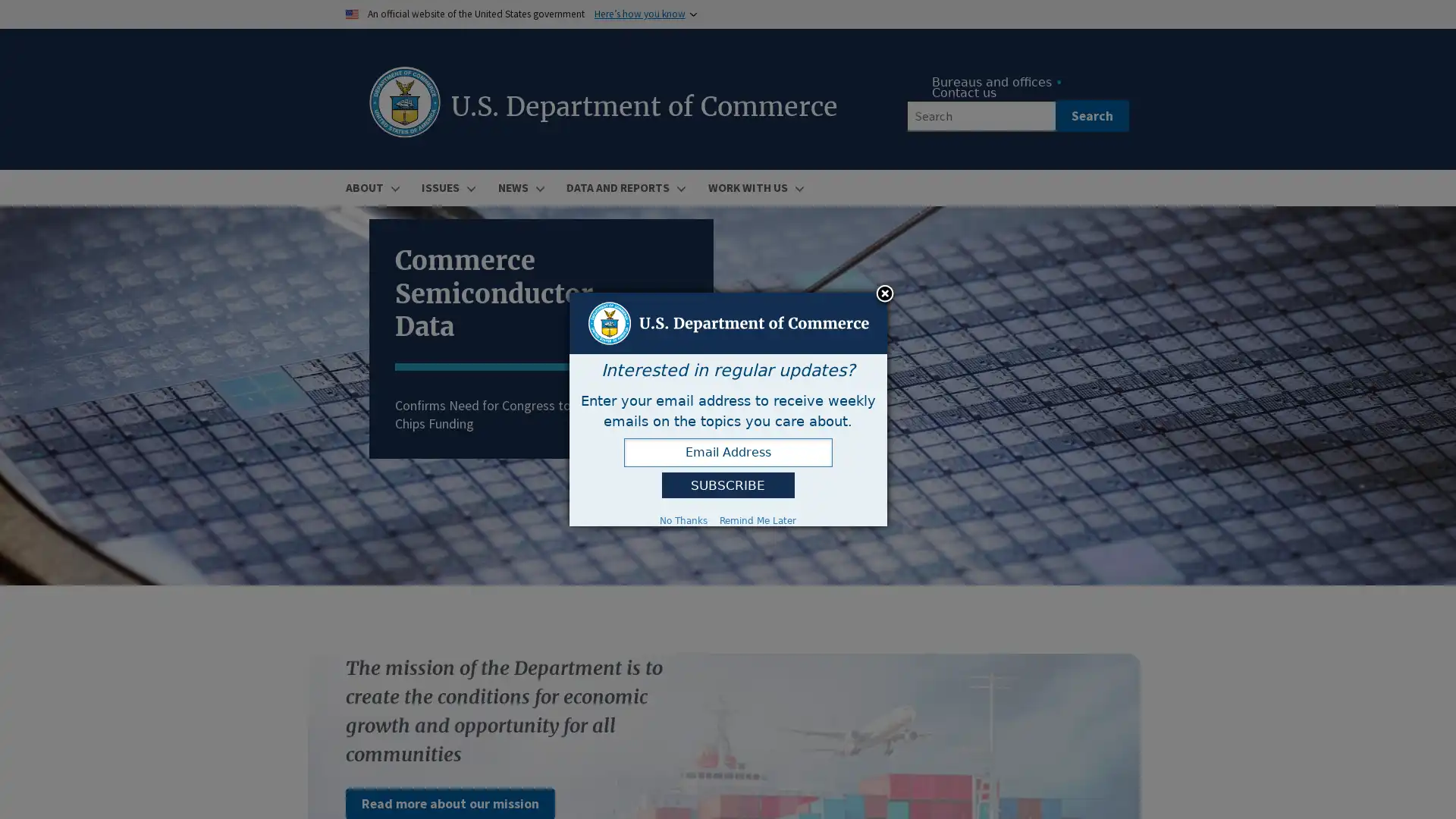 The image size is (1456, 819). I want to click on NEWS, so click(519, 187).